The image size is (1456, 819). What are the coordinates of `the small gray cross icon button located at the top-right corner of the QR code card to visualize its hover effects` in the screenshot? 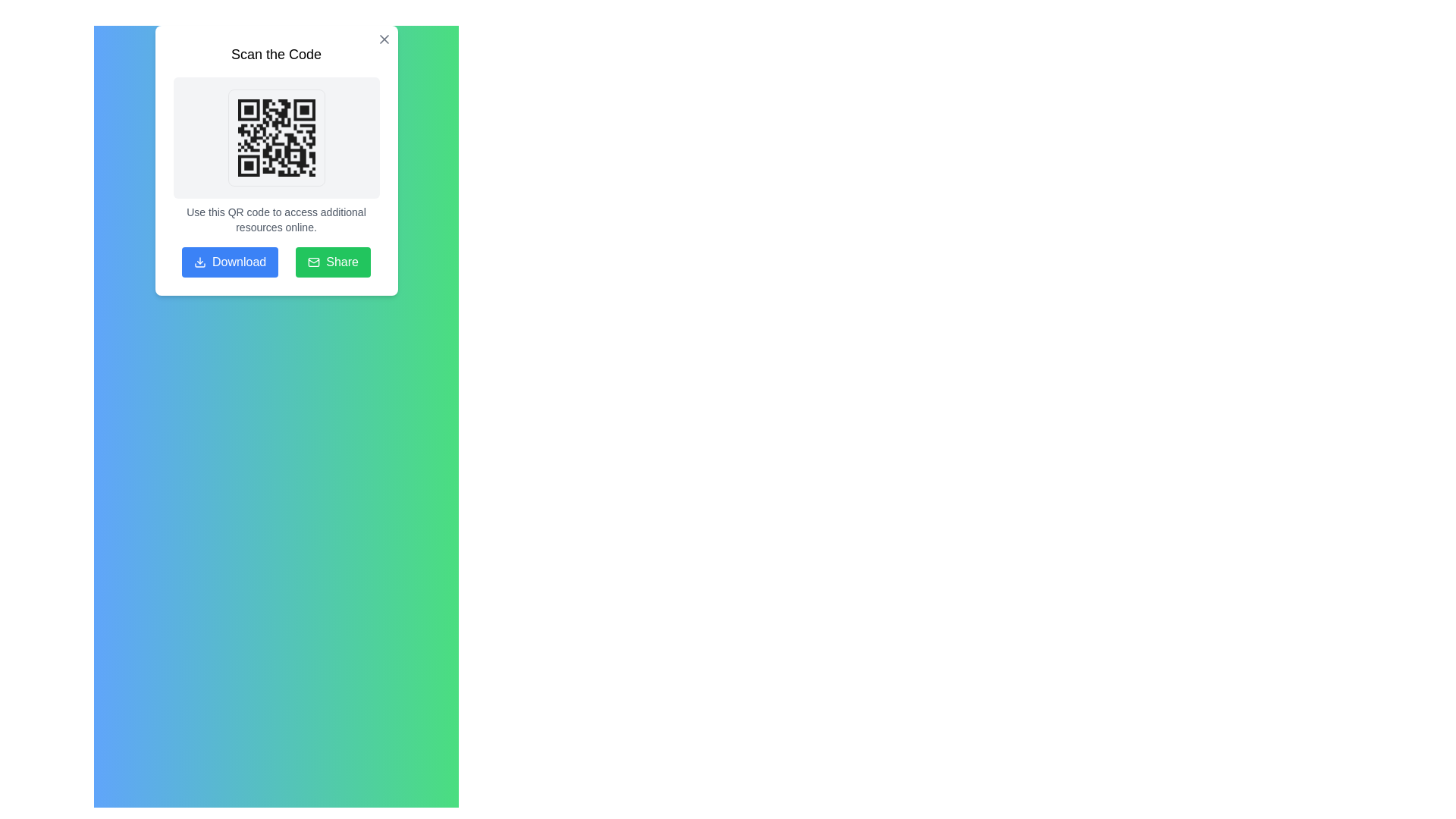 It's located at (384, 38).